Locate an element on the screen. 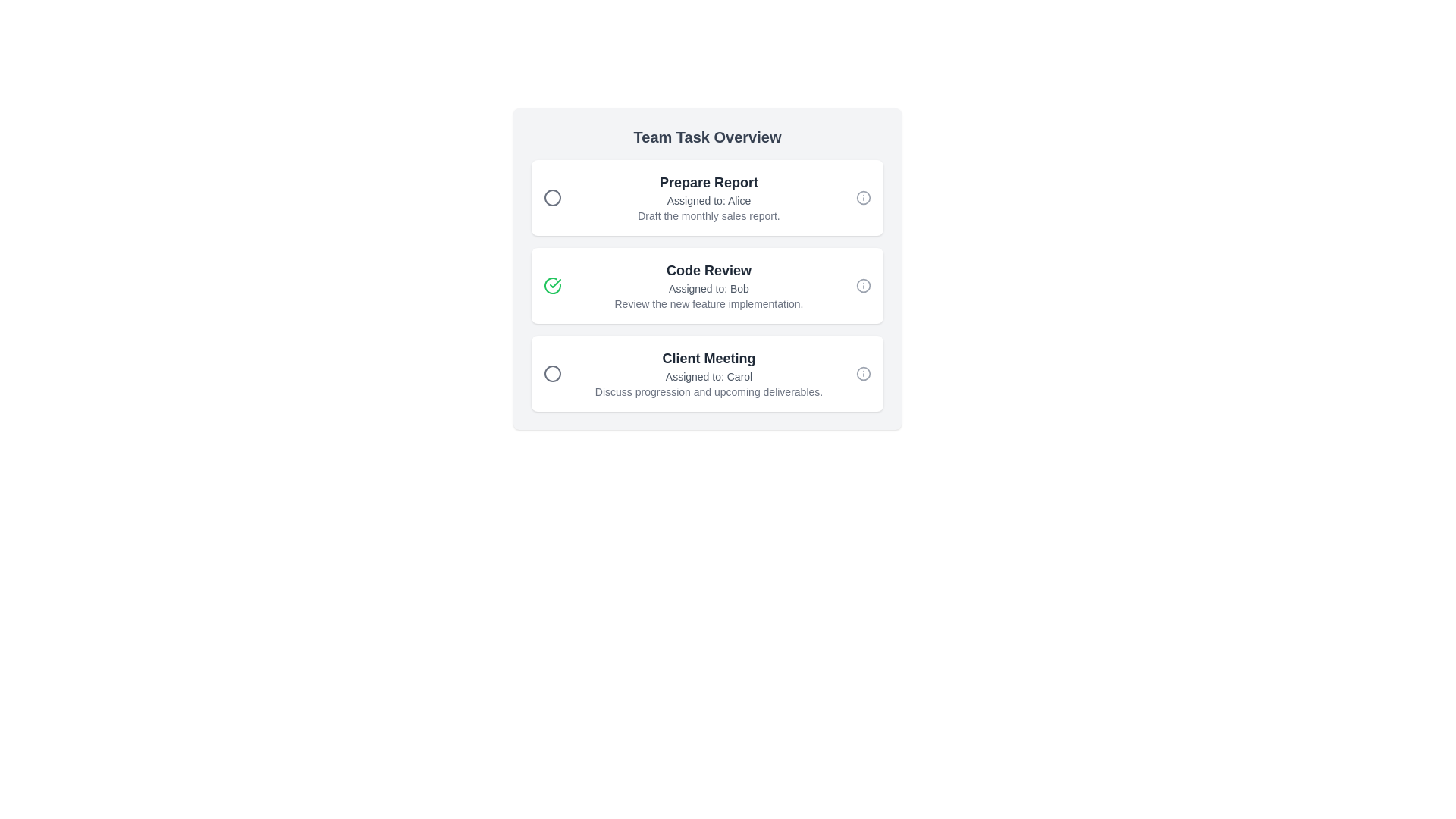  the informational icon located at the far right of the 'Code Review' task card to read or interpret its meaning is located at coordinates (863, 286).